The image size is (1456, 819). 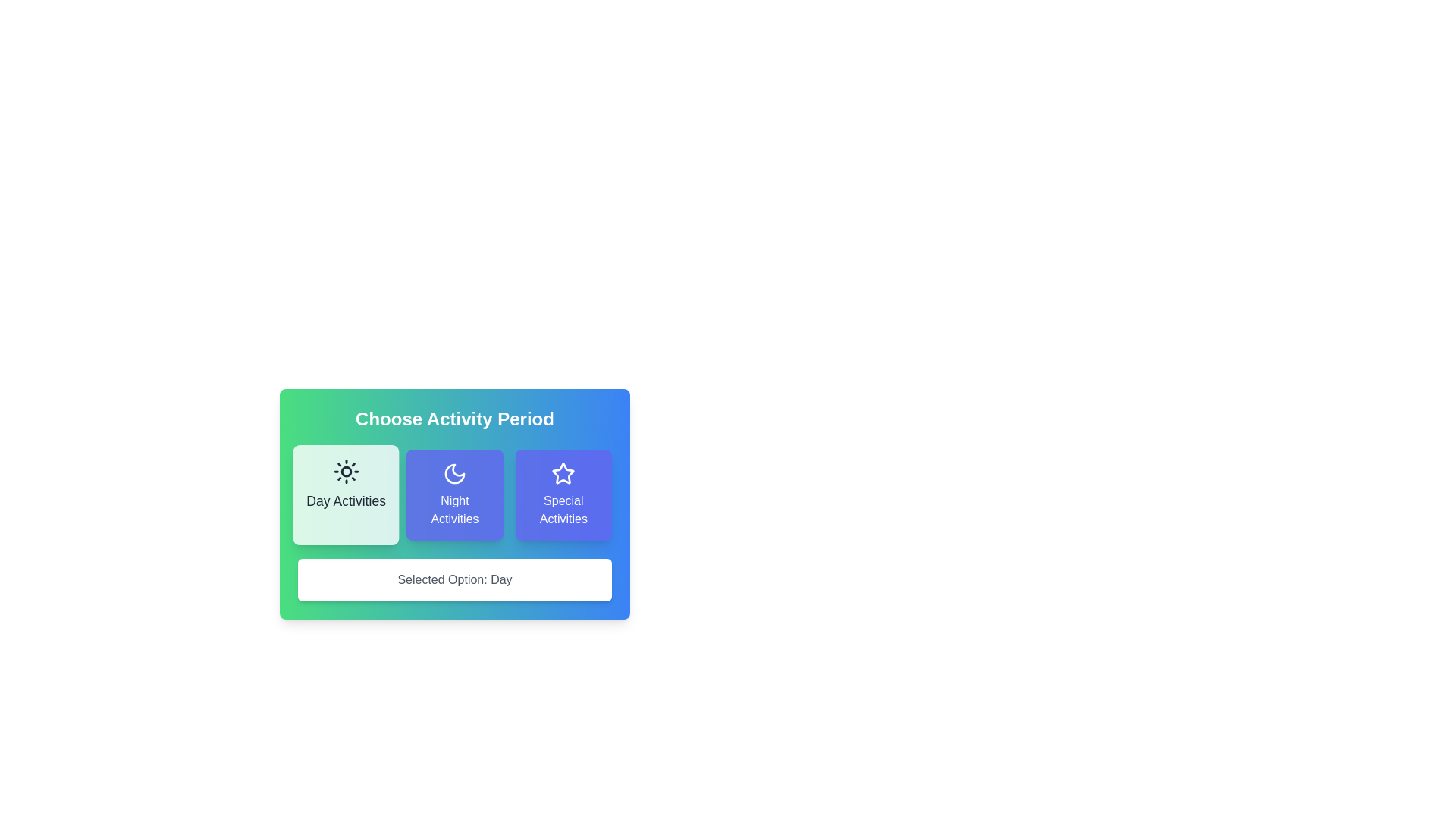 What do you see at coordinates (454, 472) in the screenshot?
I see `the circular moon icon with a crescent shape inside, which is located centrally in the blue square box of the 'Night Activities' button` at bounding box center [454, 472].